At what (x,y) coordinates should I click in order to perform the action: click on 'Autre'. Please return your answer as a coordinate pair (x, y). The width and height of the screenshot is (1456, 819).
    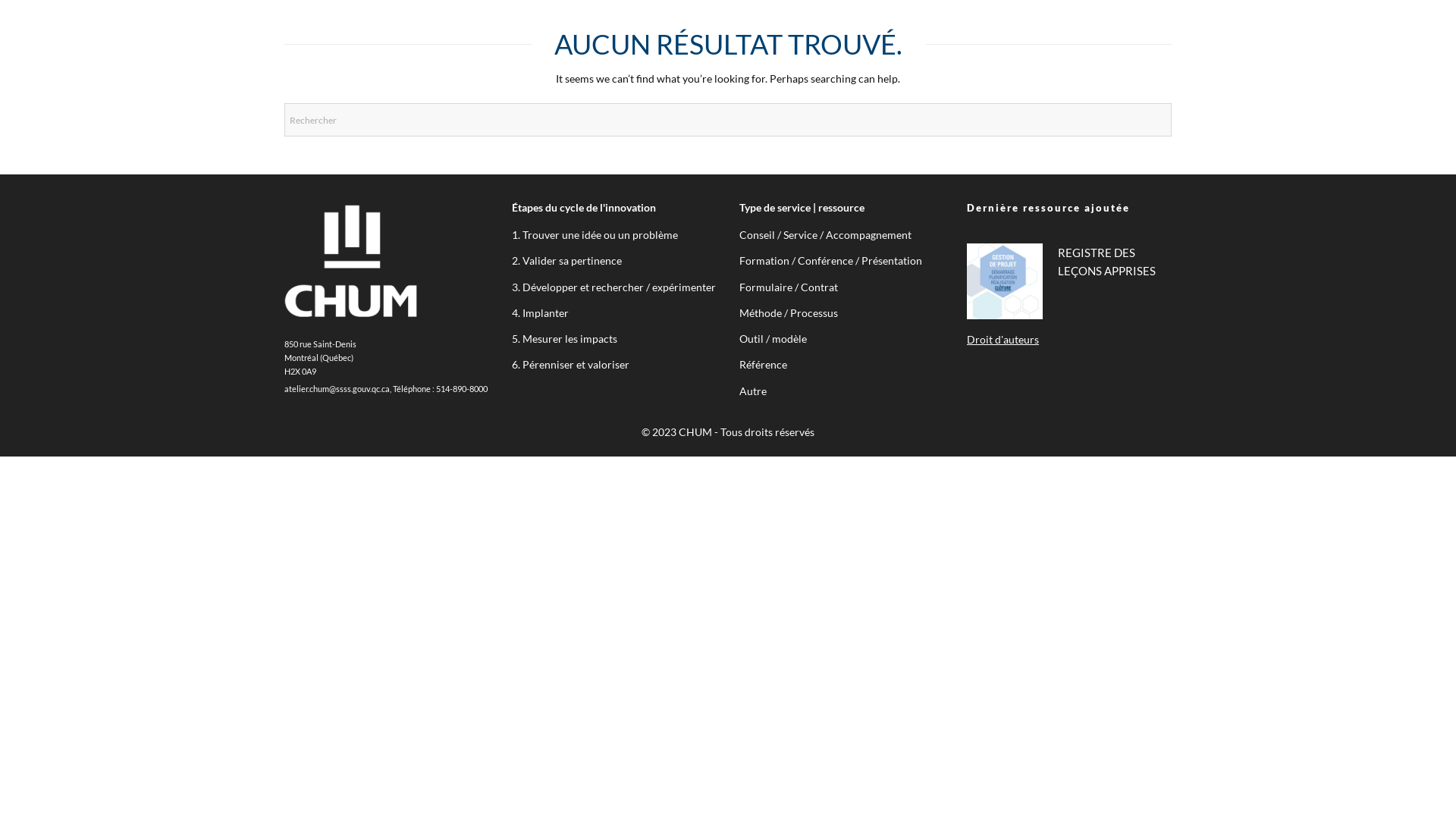
    Looking at the image, I should click on (753, 390).